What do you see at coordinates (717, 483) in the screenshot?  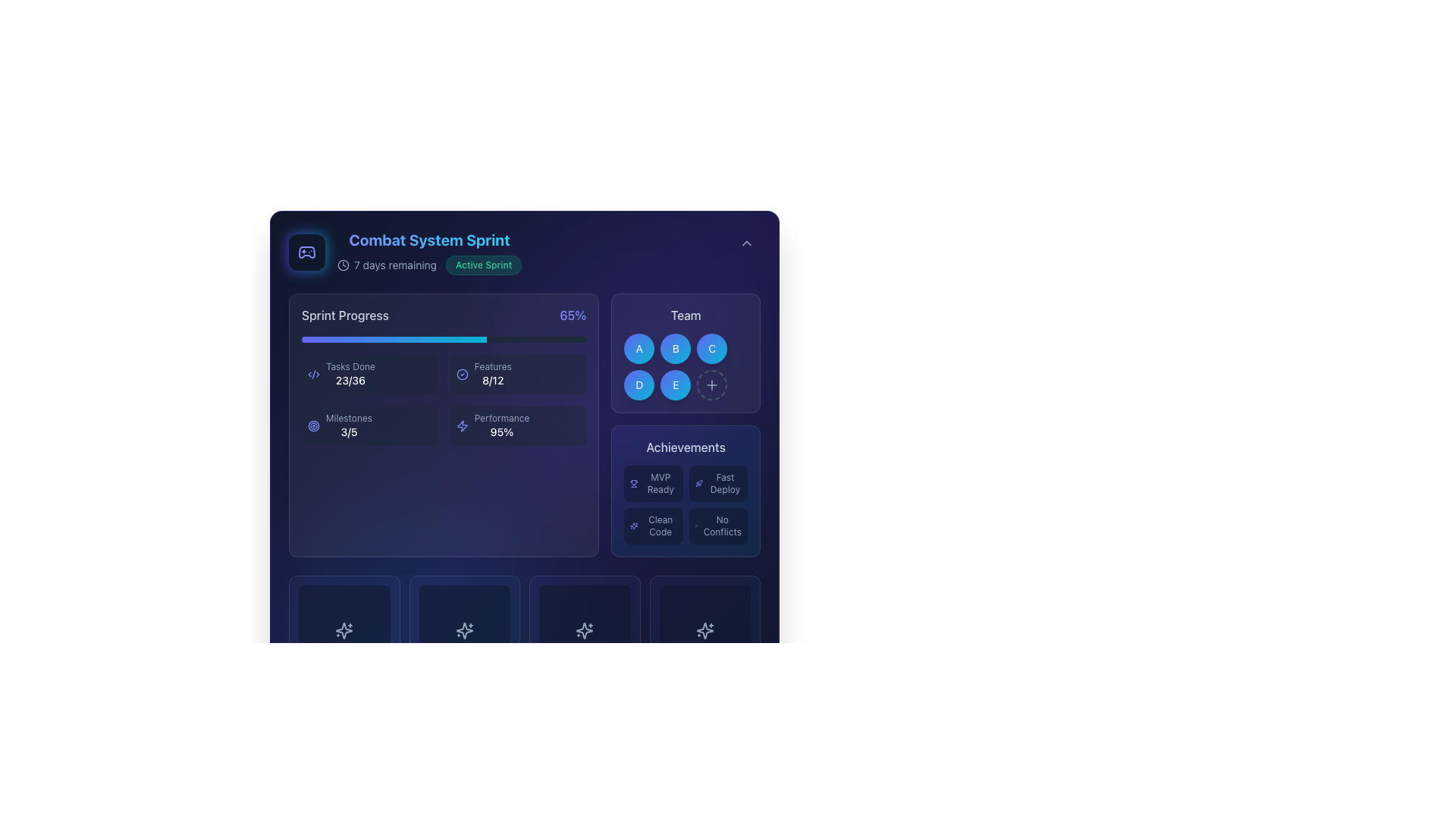 I see `the 'Fast Deploy' achievement badge located in the top right corner of the Achievements section, specifically in the second position of the first row` at bounding box center [717, 483].